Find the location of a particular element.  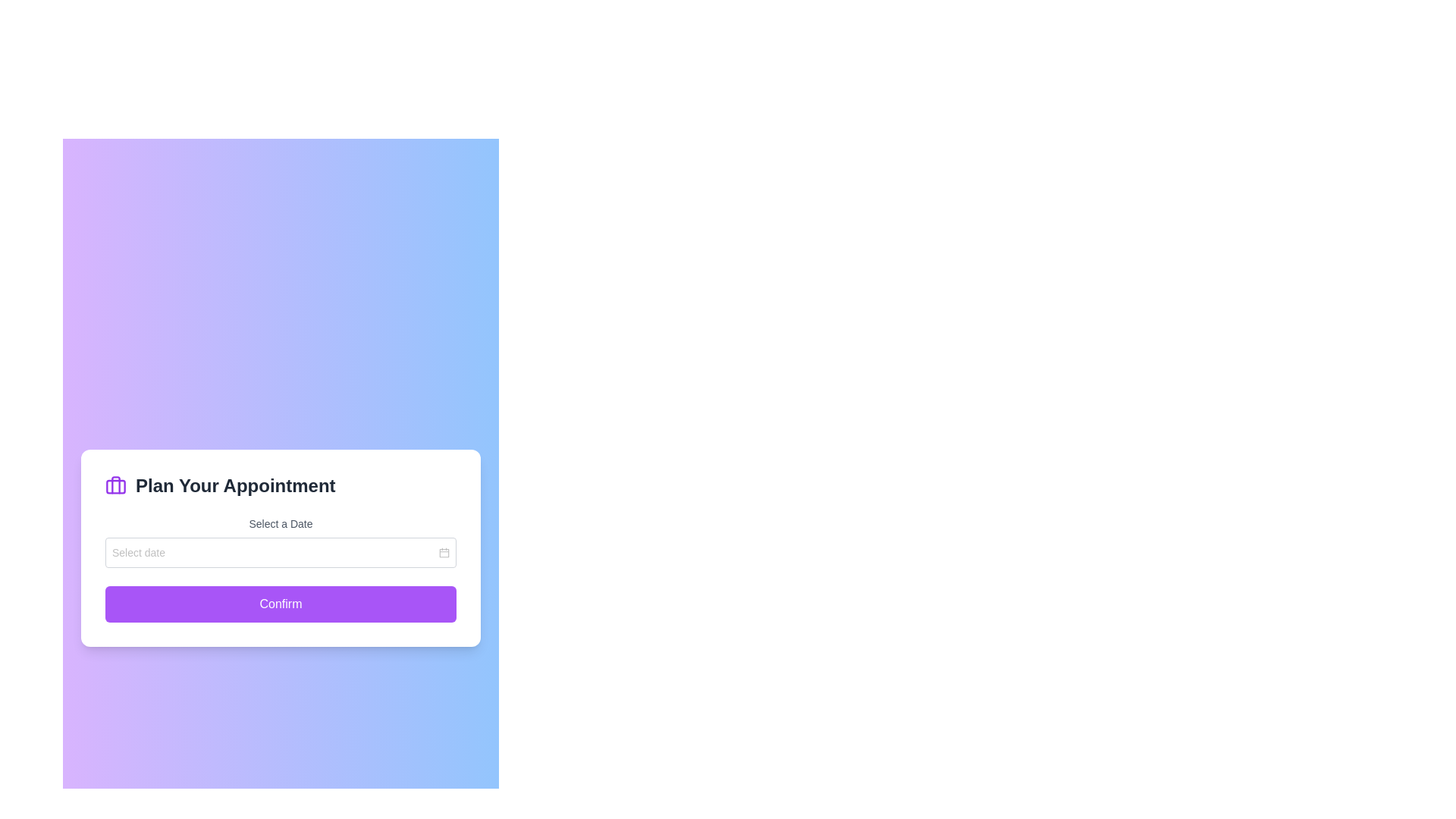

the decorative icon located to the left of the 'Plan Your Appointment' text in the header section is located at coordinates (115, 485).